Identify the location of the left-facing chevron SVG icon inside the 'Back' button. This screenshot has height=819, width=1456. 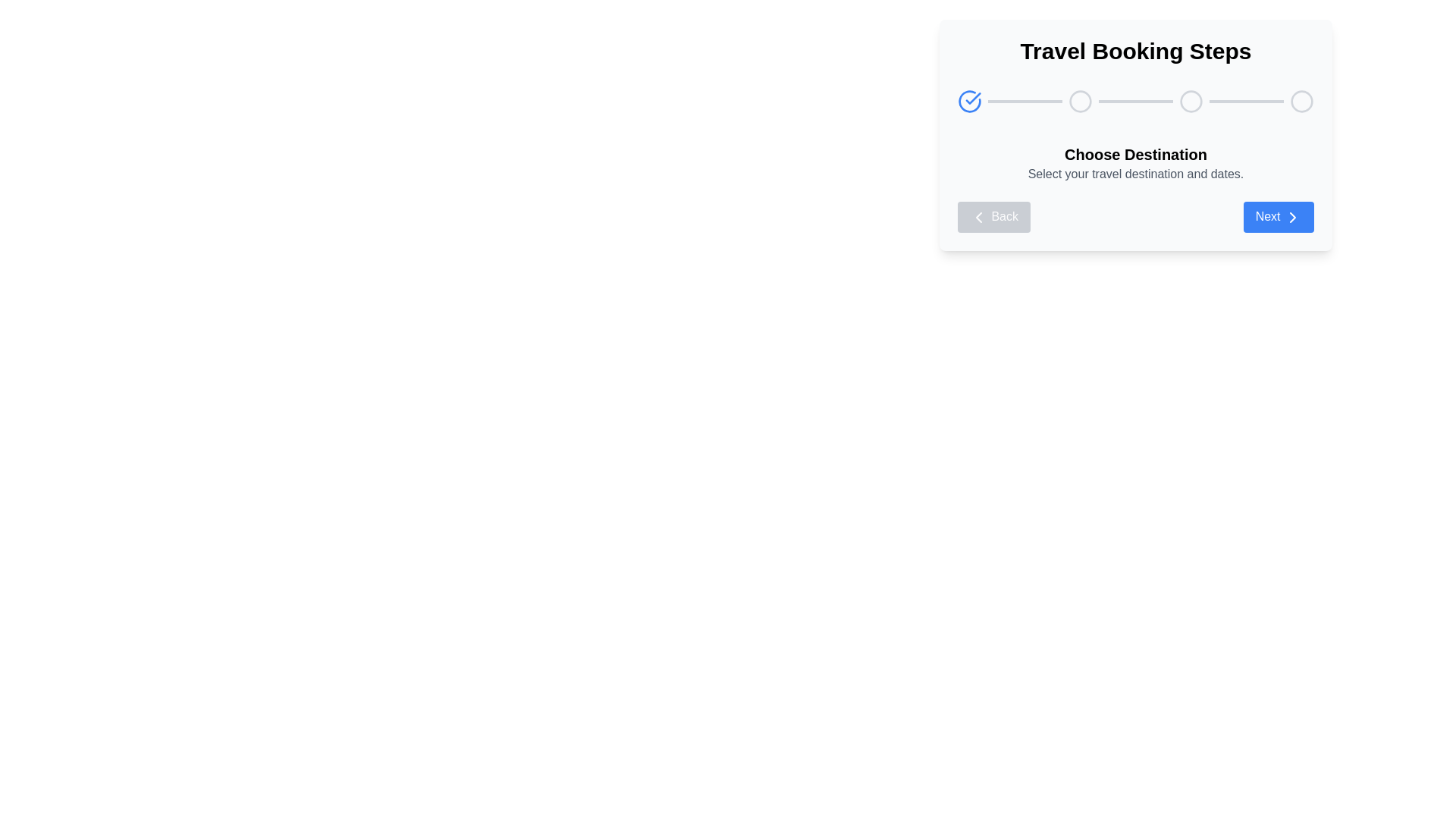
(979, 216).